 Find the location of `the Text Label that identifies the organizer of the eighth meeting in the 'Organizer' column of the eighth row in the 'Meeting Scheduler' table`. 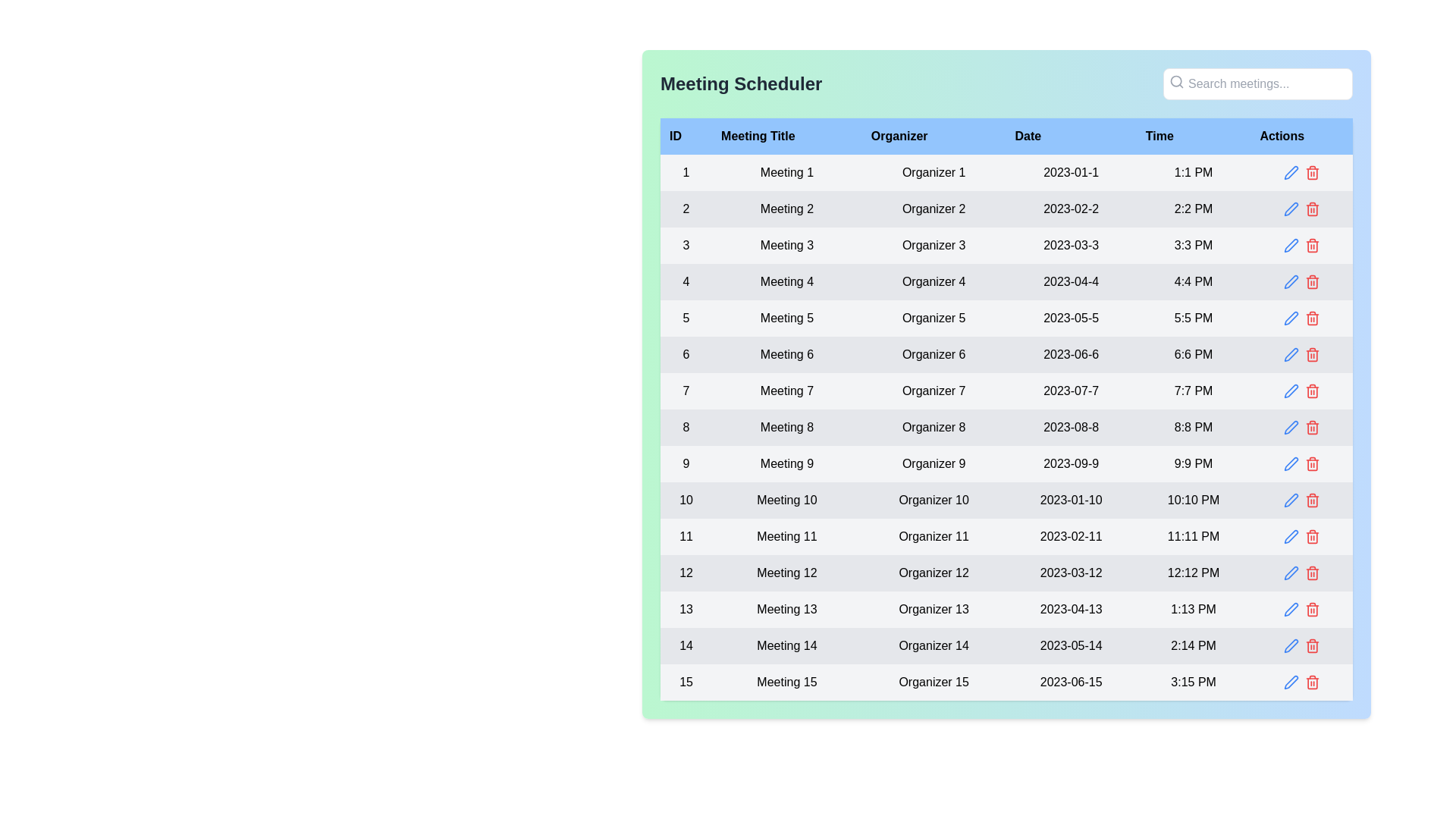

the Text Label that identifies the organizer of the eighth meeting in the 'Organizer' column of the eighth row in the 'Meeting Scheduler' table is located at coordinates (933, 427).